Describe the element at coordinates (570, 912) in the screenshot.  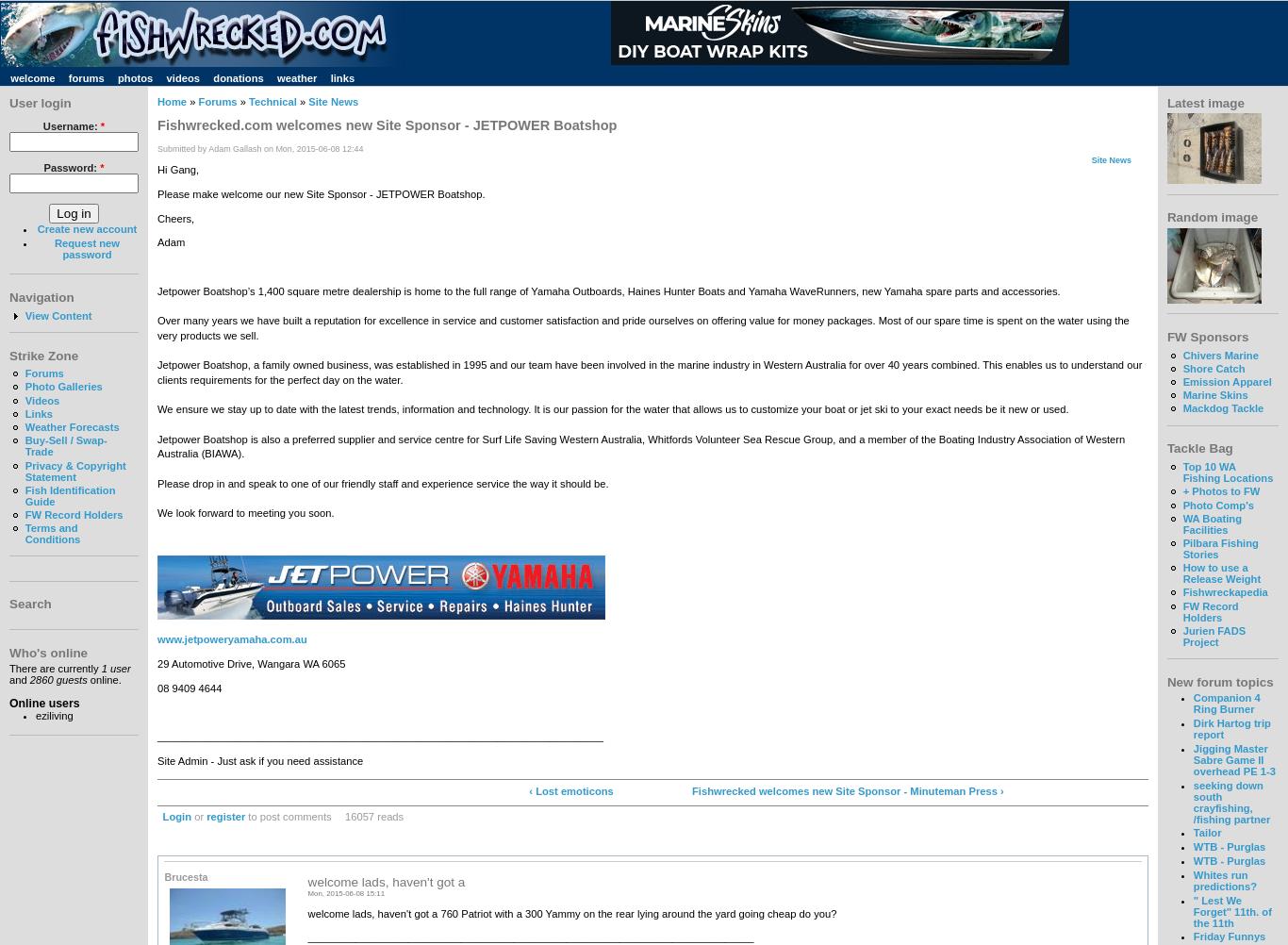
I see `'welcome lads, haven't got a 760 Patriot with a 300 Yammy on the rear lying around the yard going cheap do you?'` at that location.